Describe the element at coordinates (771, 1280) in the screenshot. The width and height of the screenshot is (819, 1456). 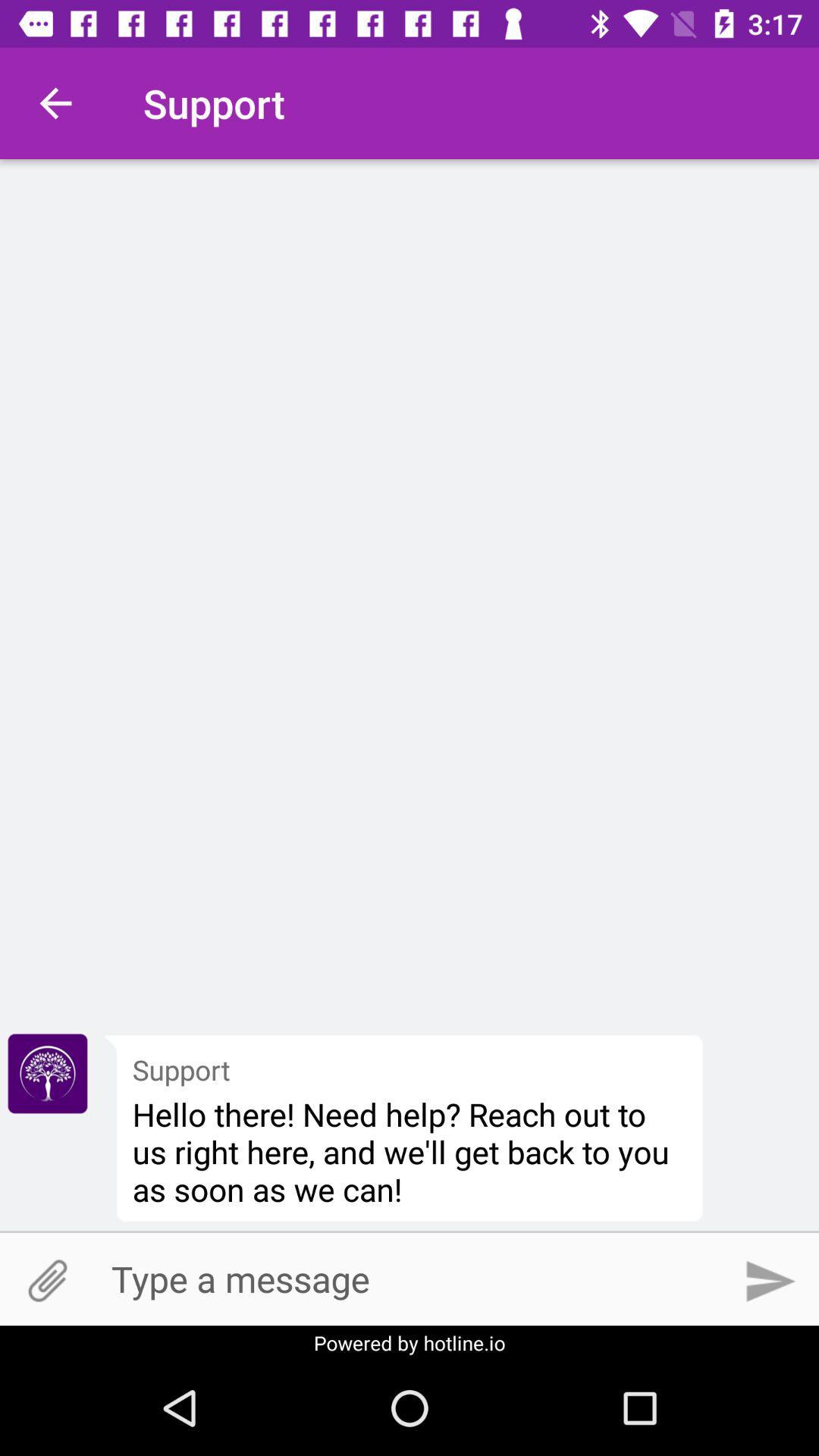
I see `the send icon` at that location.